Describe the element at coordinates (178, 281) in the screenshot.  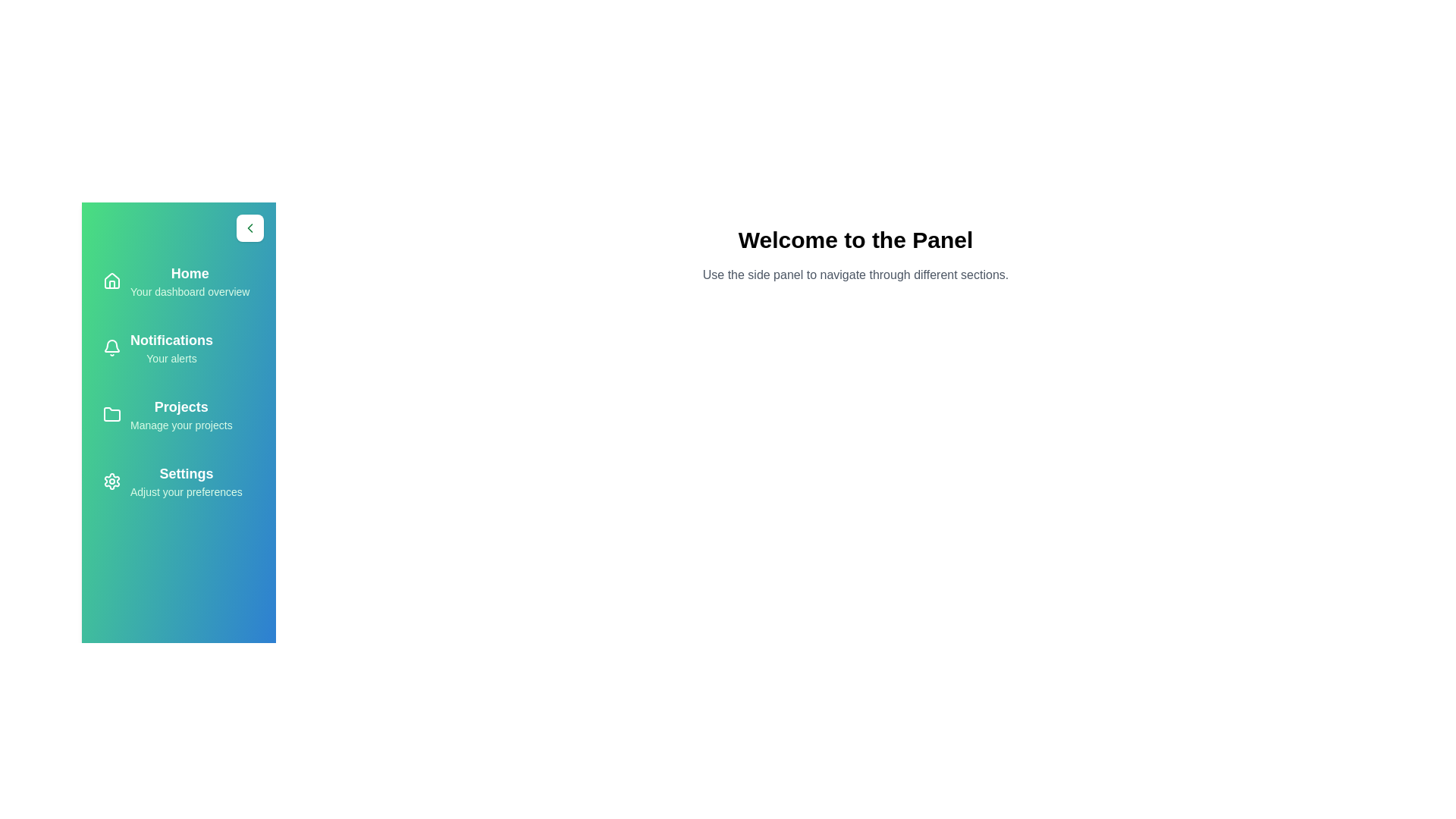
I see `the tab Home from the side panel` at that location.